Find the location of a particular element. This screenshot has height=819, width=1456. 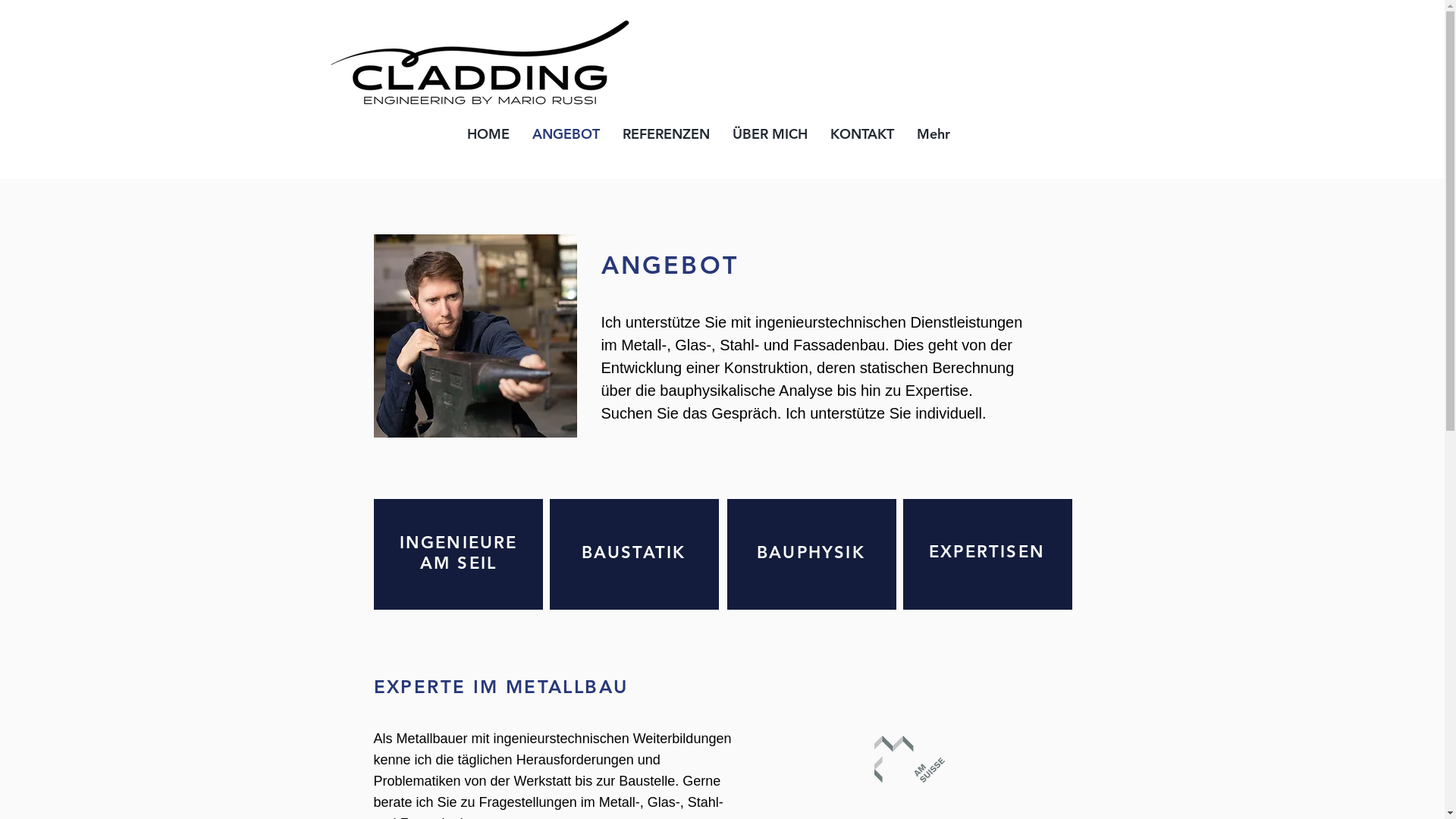

'KONTAKT' is located at coordinates (862, 140).